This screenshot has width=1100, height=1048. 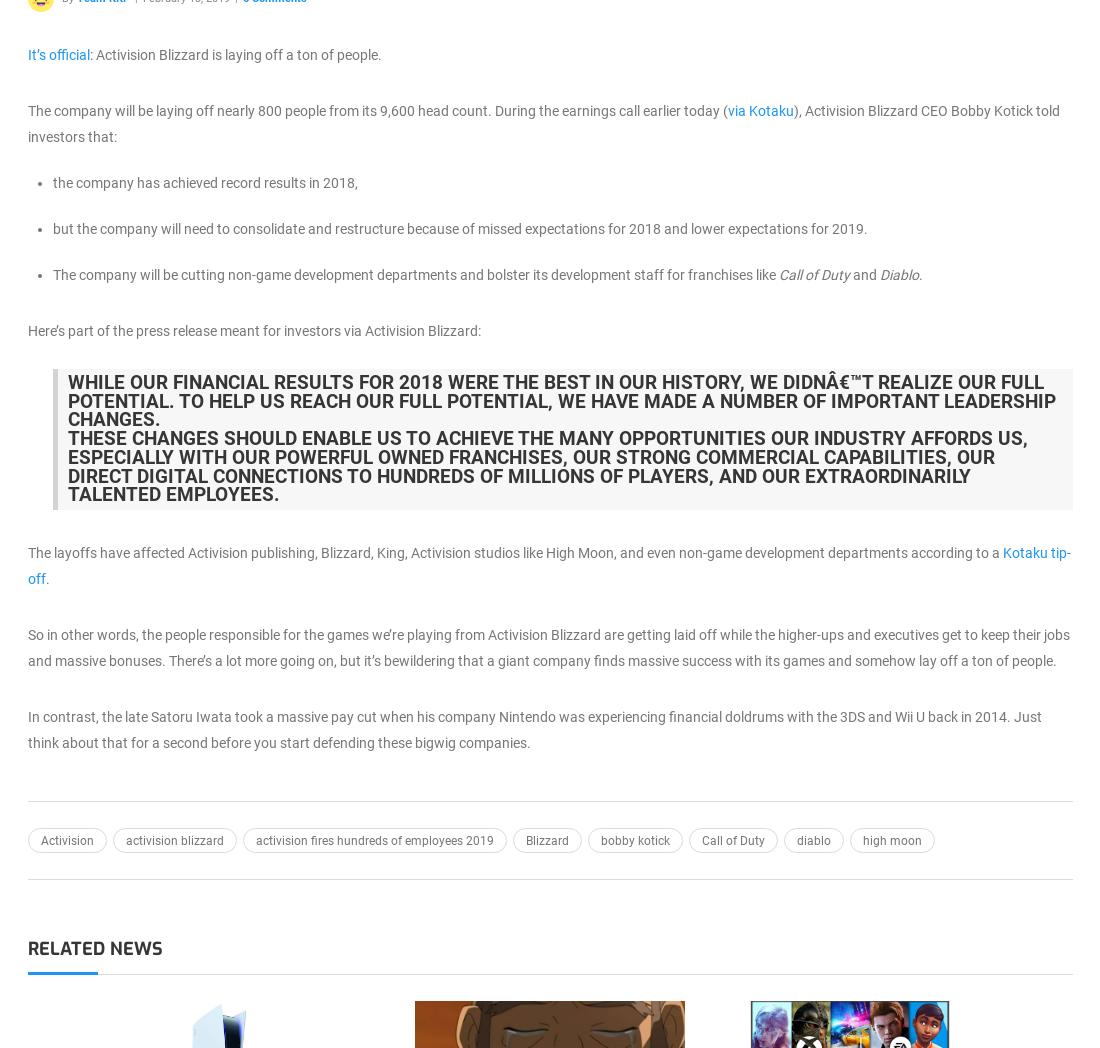 What do you see at coordinates (65, 841) in the screenshot?
I see `'Activision'` at bounding box center [65, 841].